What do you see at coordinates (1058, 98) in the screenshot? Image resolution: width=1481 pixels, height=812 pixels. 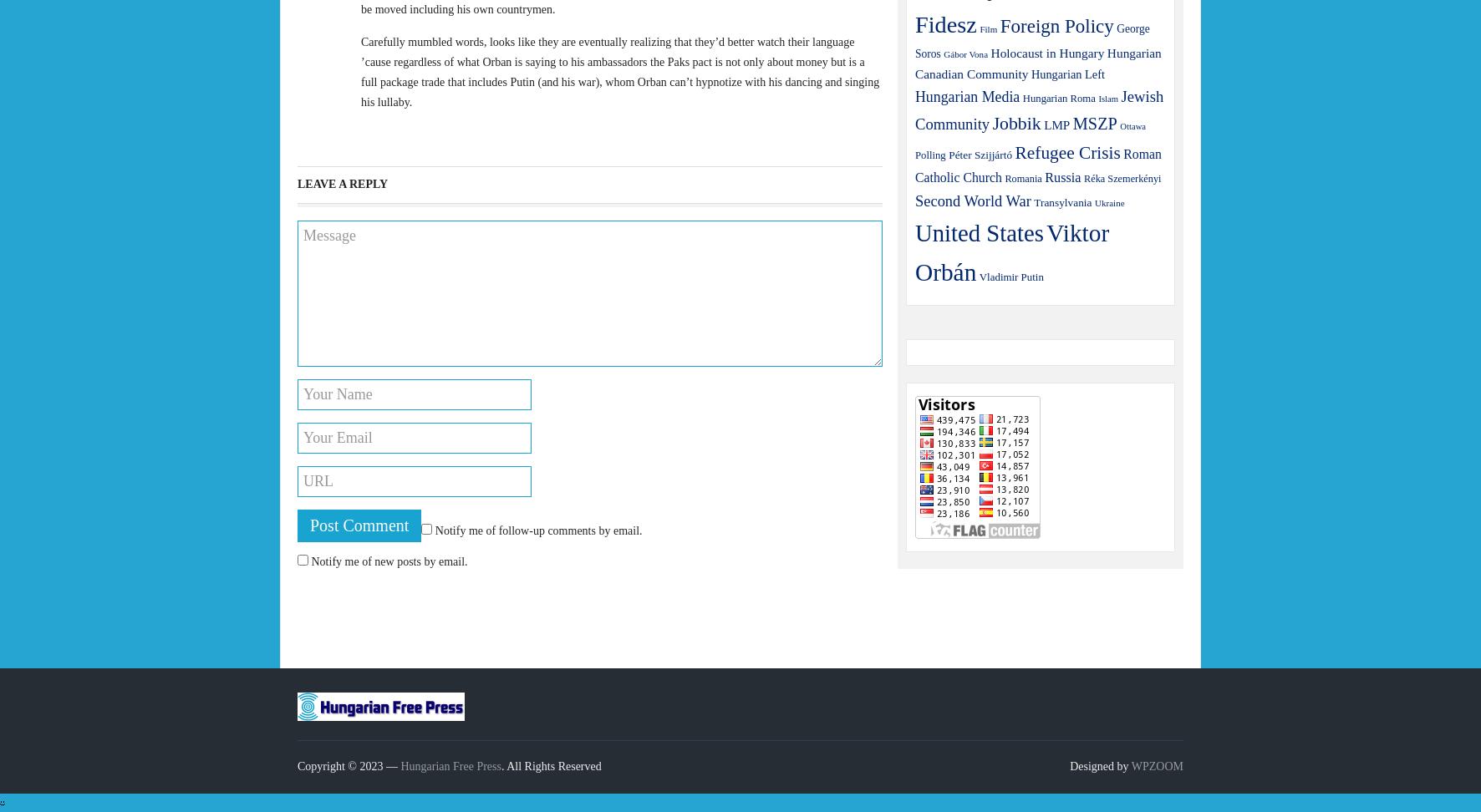 I see `'Hungarian Roma'` at bounding box center [1058, 98].